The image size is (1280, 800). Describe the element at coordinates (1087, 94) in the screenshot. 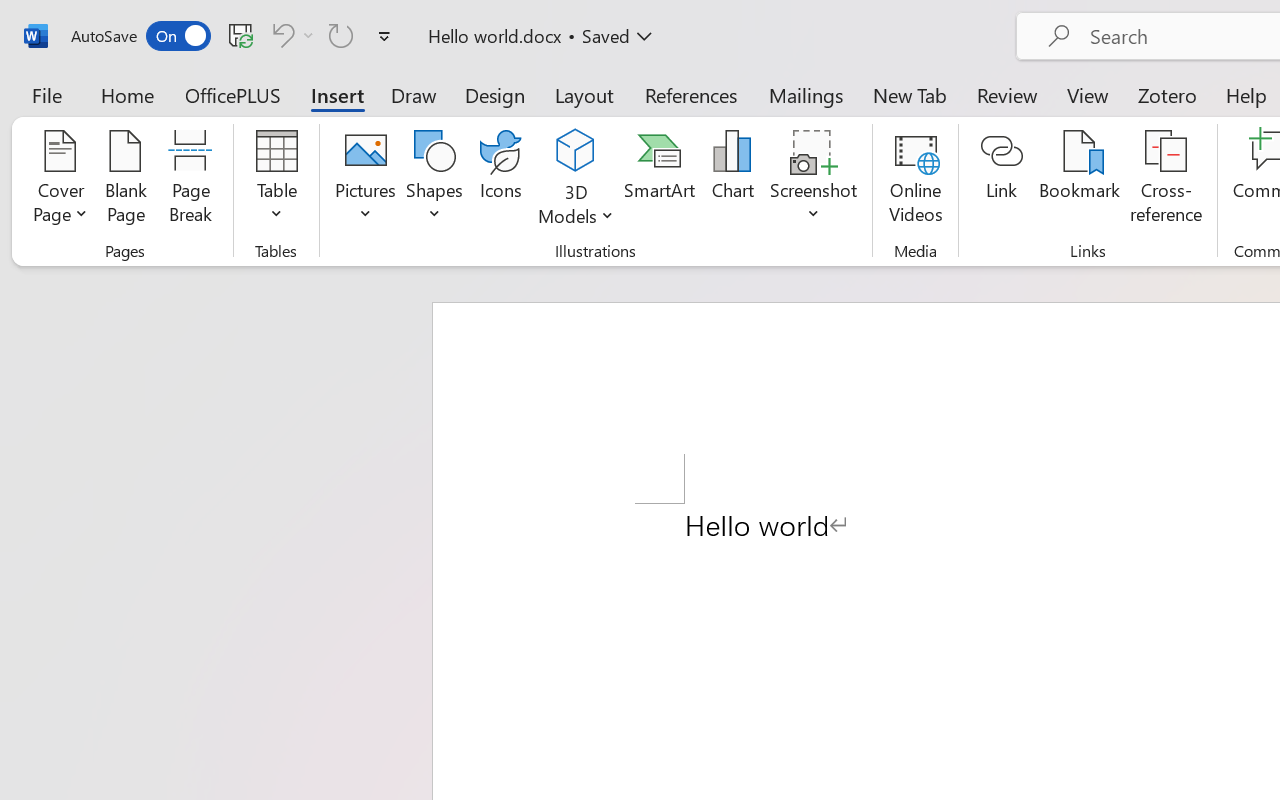

I see `'View'` at that location.